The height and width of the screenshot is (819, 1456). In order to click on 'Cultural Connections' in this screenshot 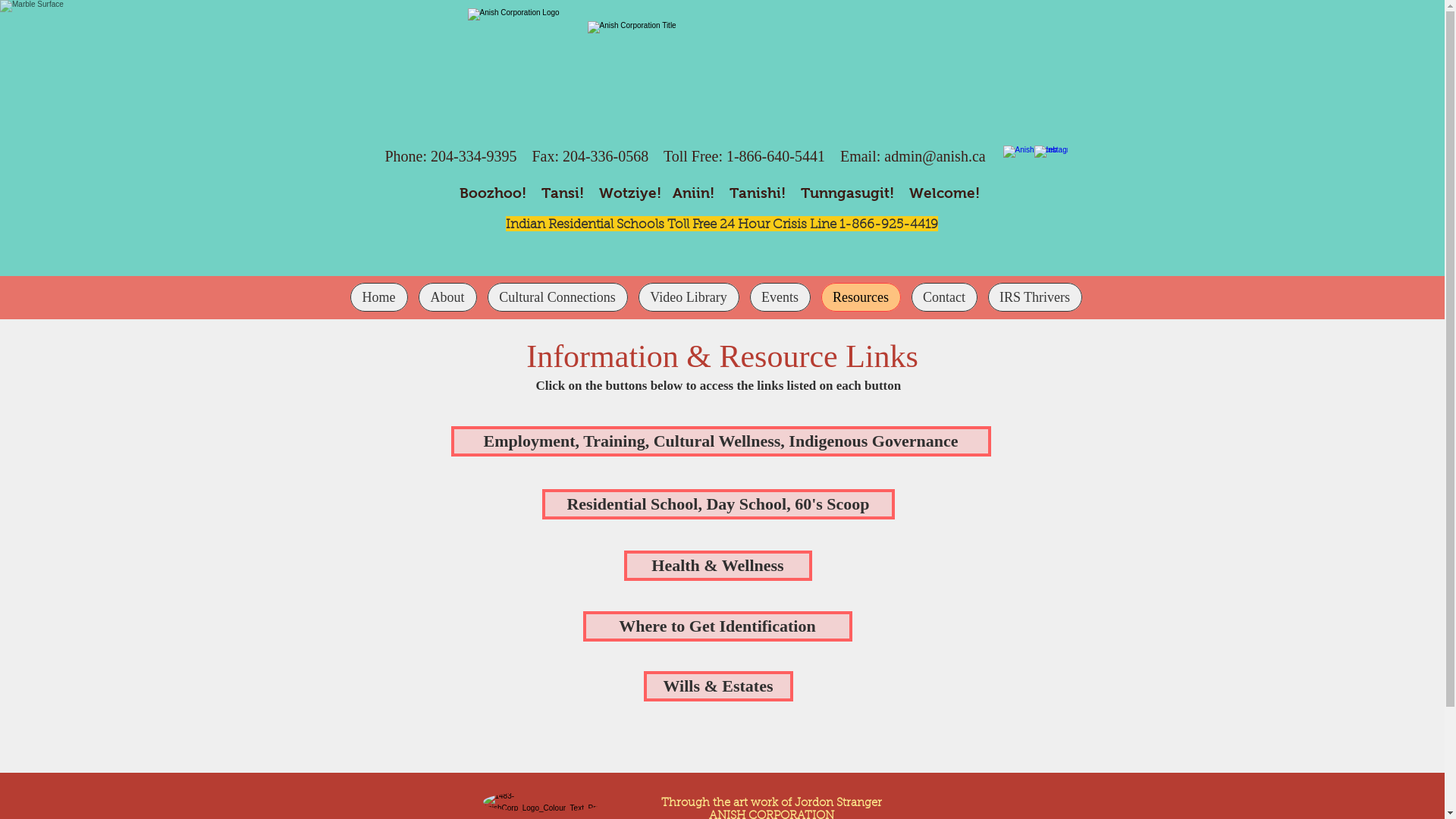, I will do `click(556, 297)`.